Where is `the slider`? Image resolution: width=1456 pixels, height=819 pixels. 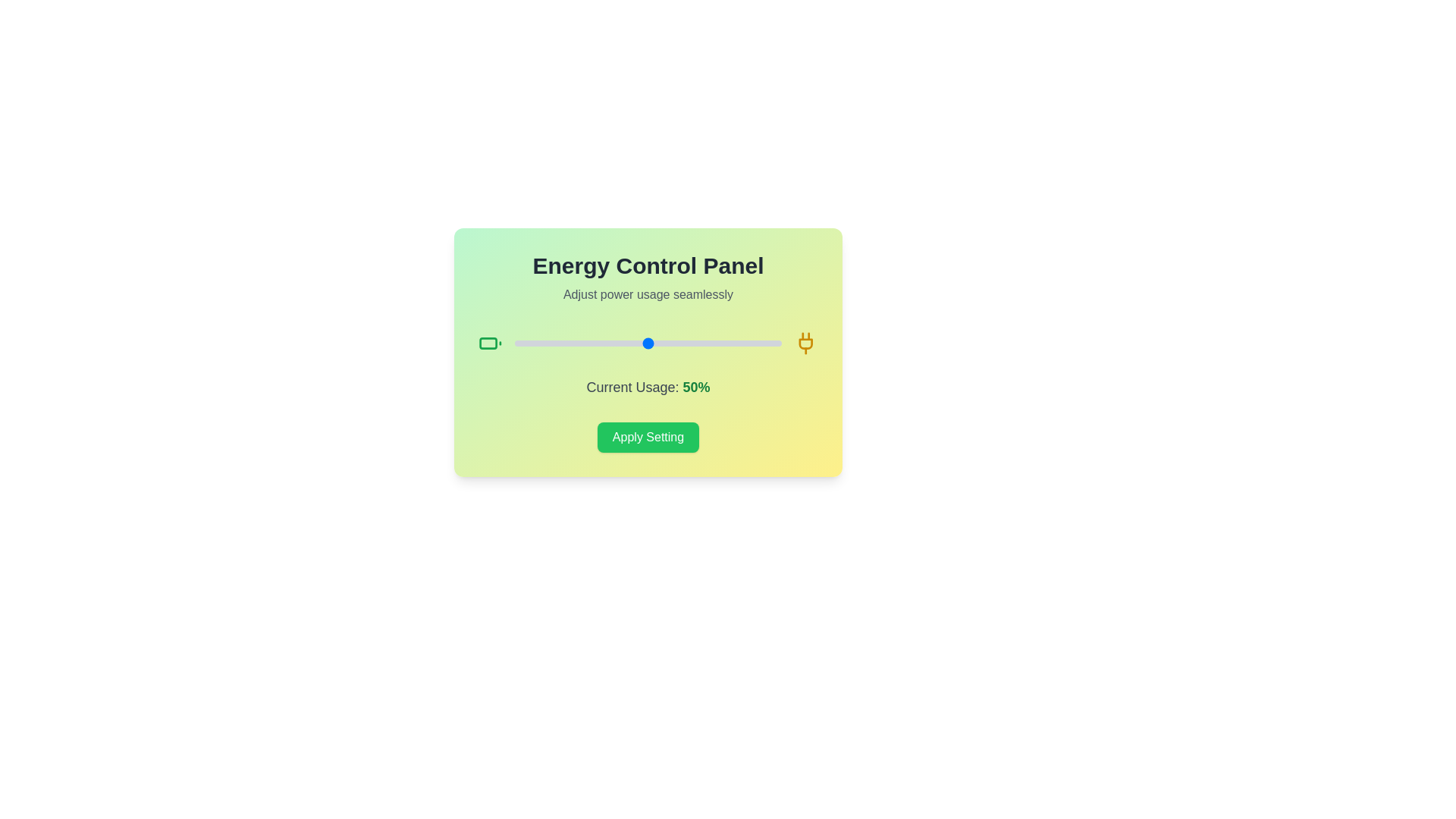
the slider is located at coordinates (604, 343).